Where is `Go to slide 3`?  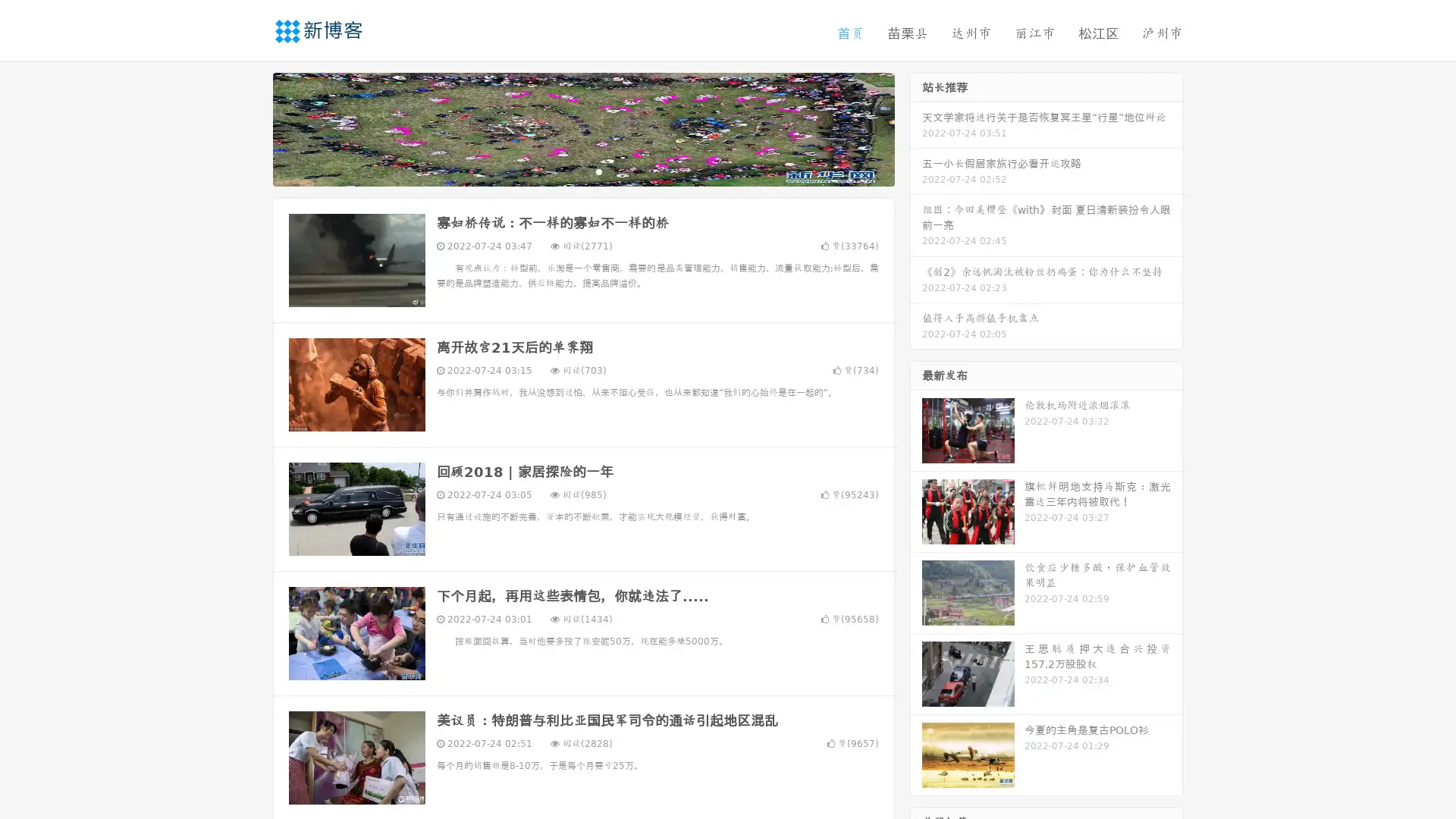
Go to slide 3 is located at coordinates (598, 171).